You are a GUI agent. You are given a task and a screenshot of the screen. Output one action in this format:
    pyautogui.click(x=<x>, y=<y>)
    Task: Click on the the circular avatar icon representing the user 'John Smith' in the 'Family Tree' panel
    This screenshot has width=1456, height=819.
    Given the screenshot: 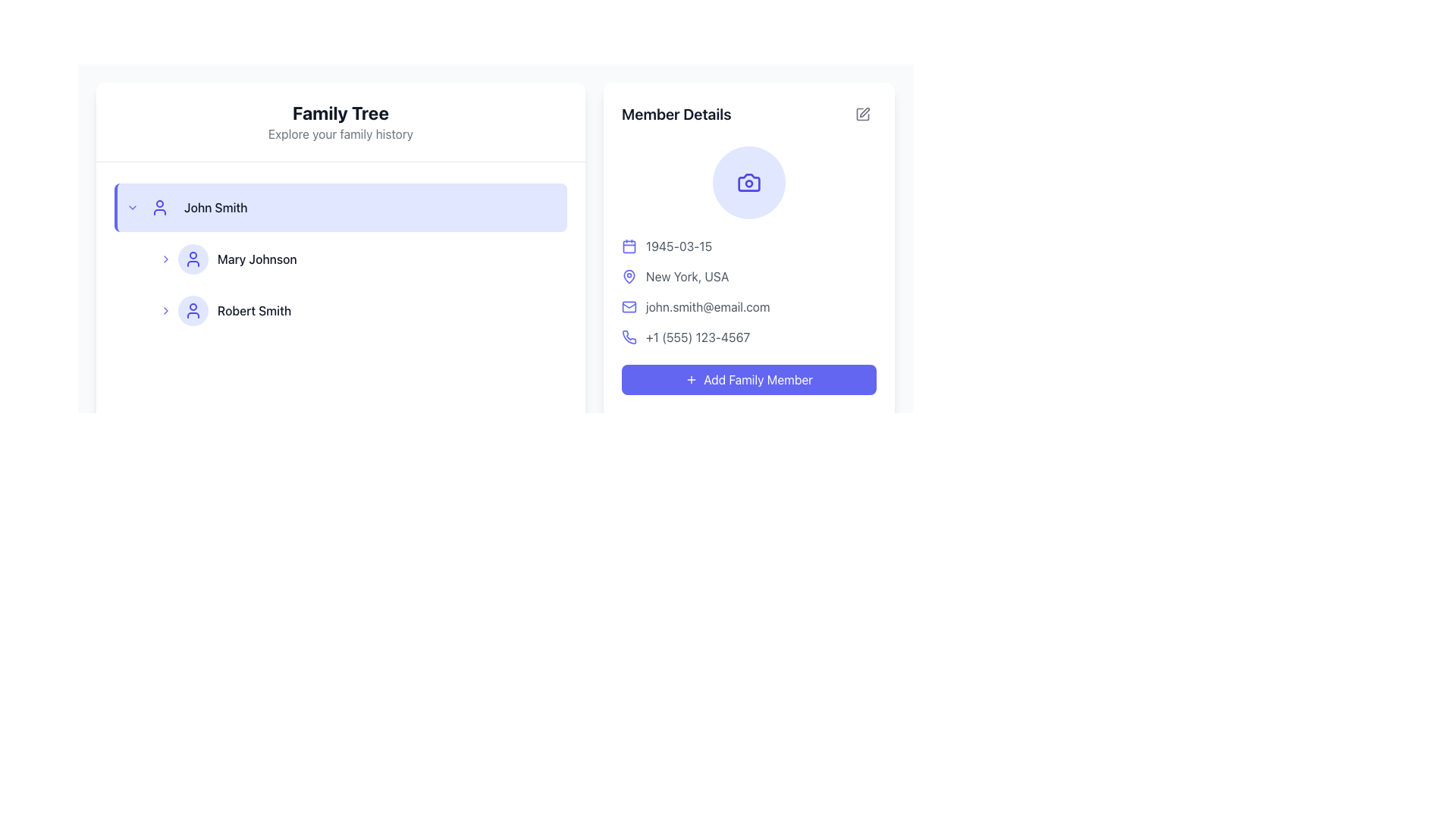 What is the action you would take?
    pyautogui.click(x=160, y=207)
    